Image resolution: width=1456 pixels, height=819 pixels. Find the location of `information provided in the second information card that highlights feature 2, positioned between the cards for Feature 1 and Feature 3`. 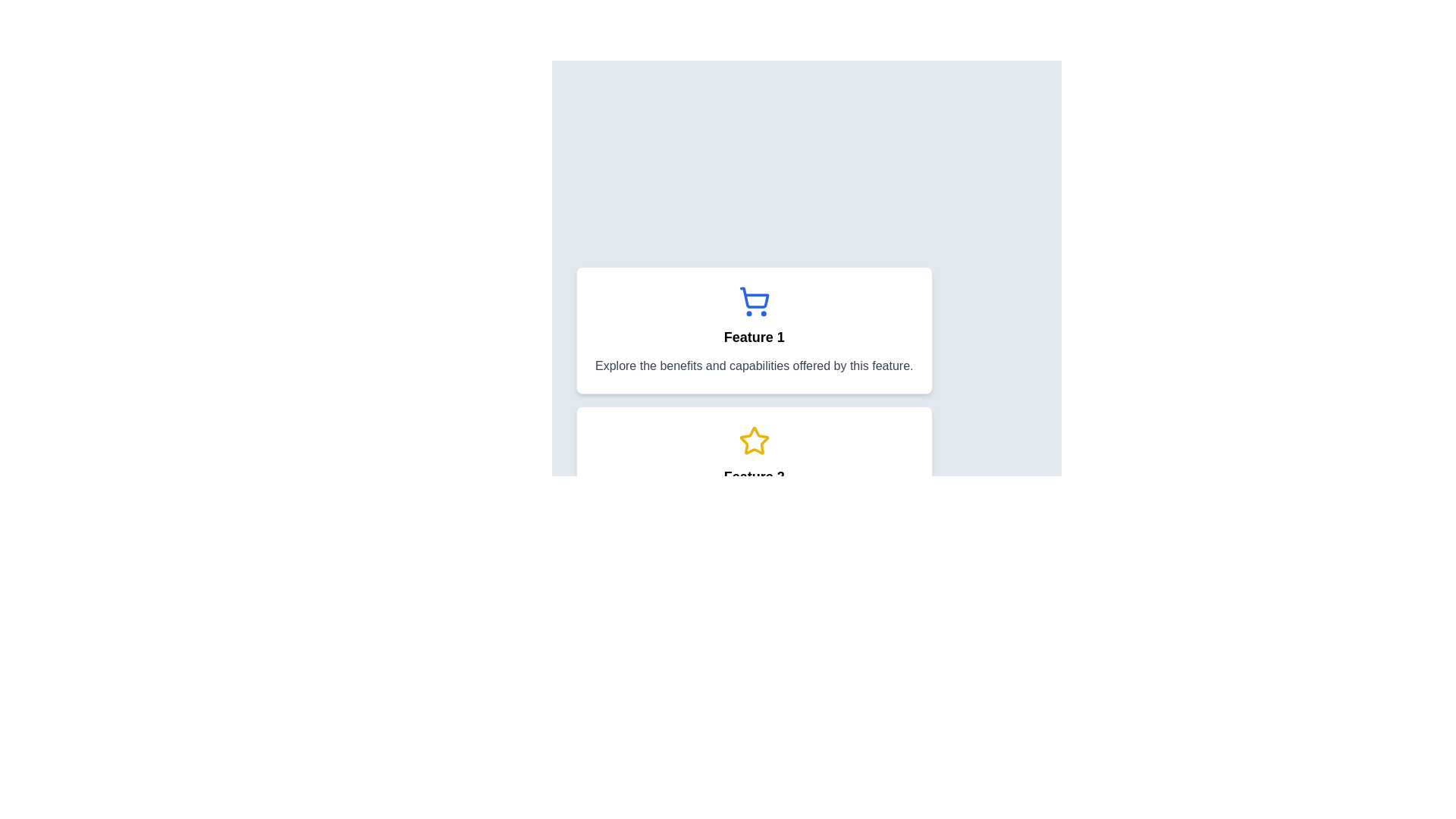

information provided in the second information card that highlights feature 2, positioned between the cards for Feature 1 and Feature 3 is located at coordinates (806, 469).